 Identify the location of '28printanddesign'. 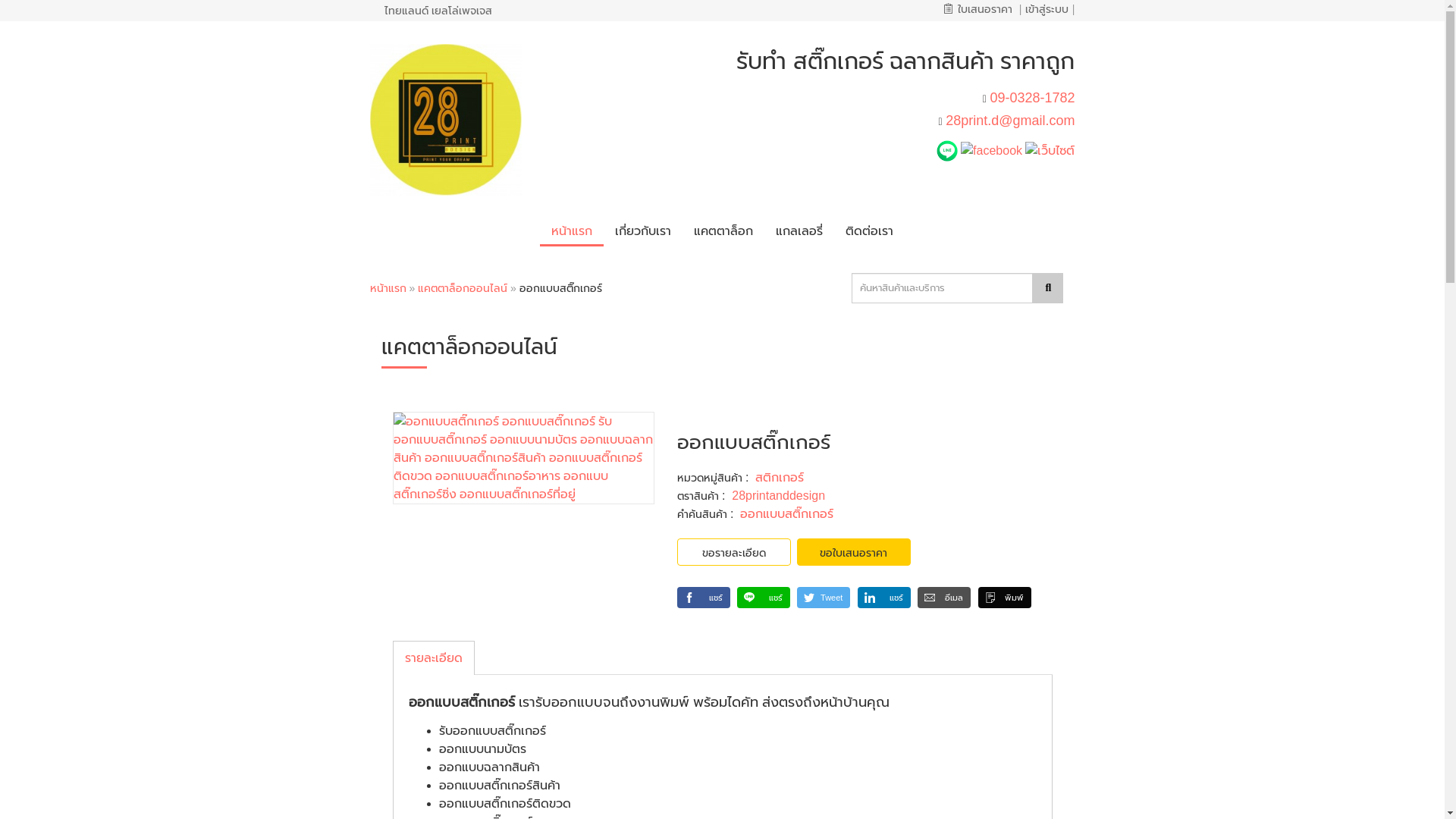
(731, 495).